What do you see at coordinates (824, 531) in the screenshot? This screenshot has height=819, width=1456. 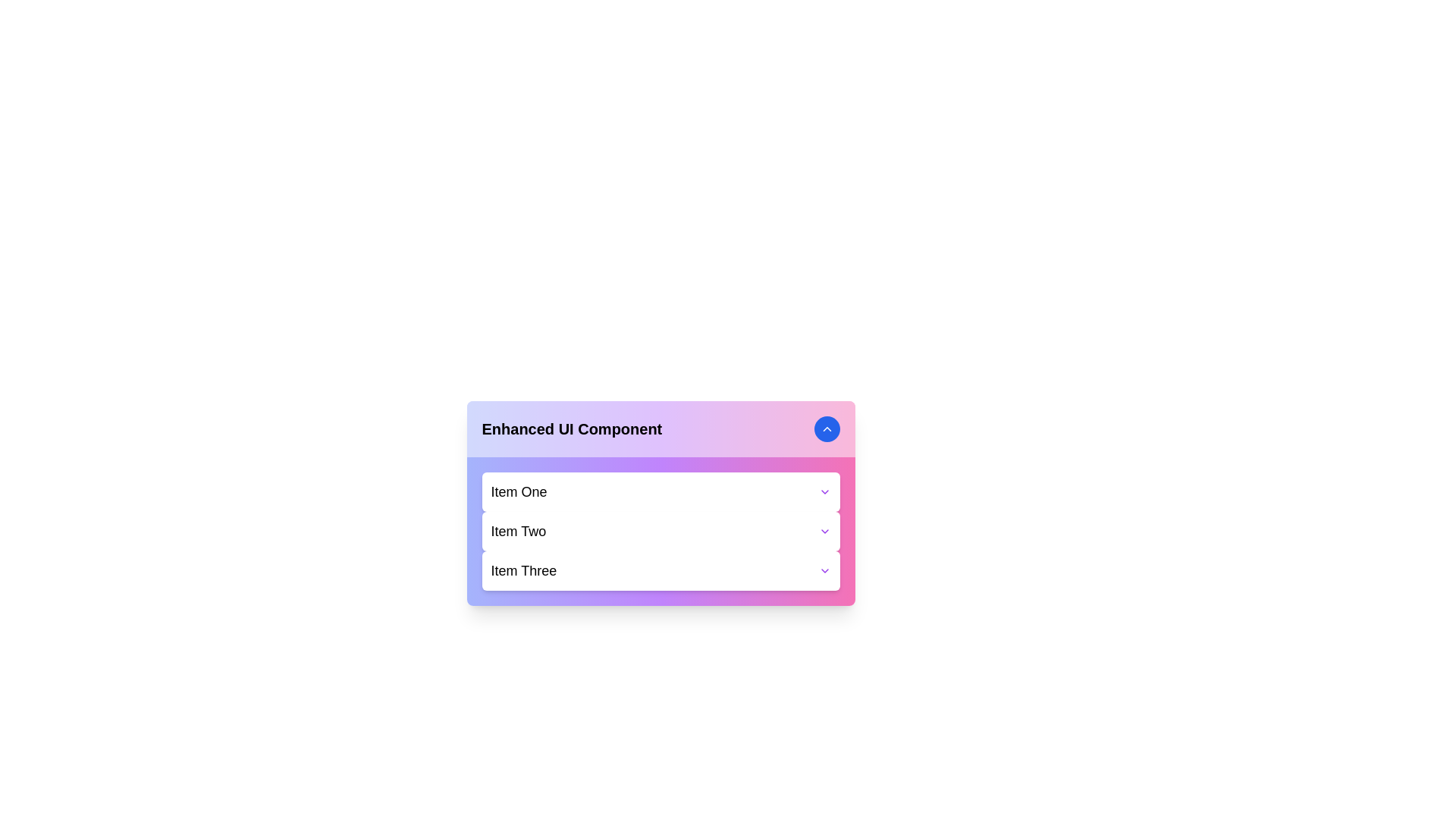 I see `the interactive purple chevron-down icon located at the rightmost part of the 'Item Two' row, which indicates a dropdown for further options` at bounding box center [824, 531].